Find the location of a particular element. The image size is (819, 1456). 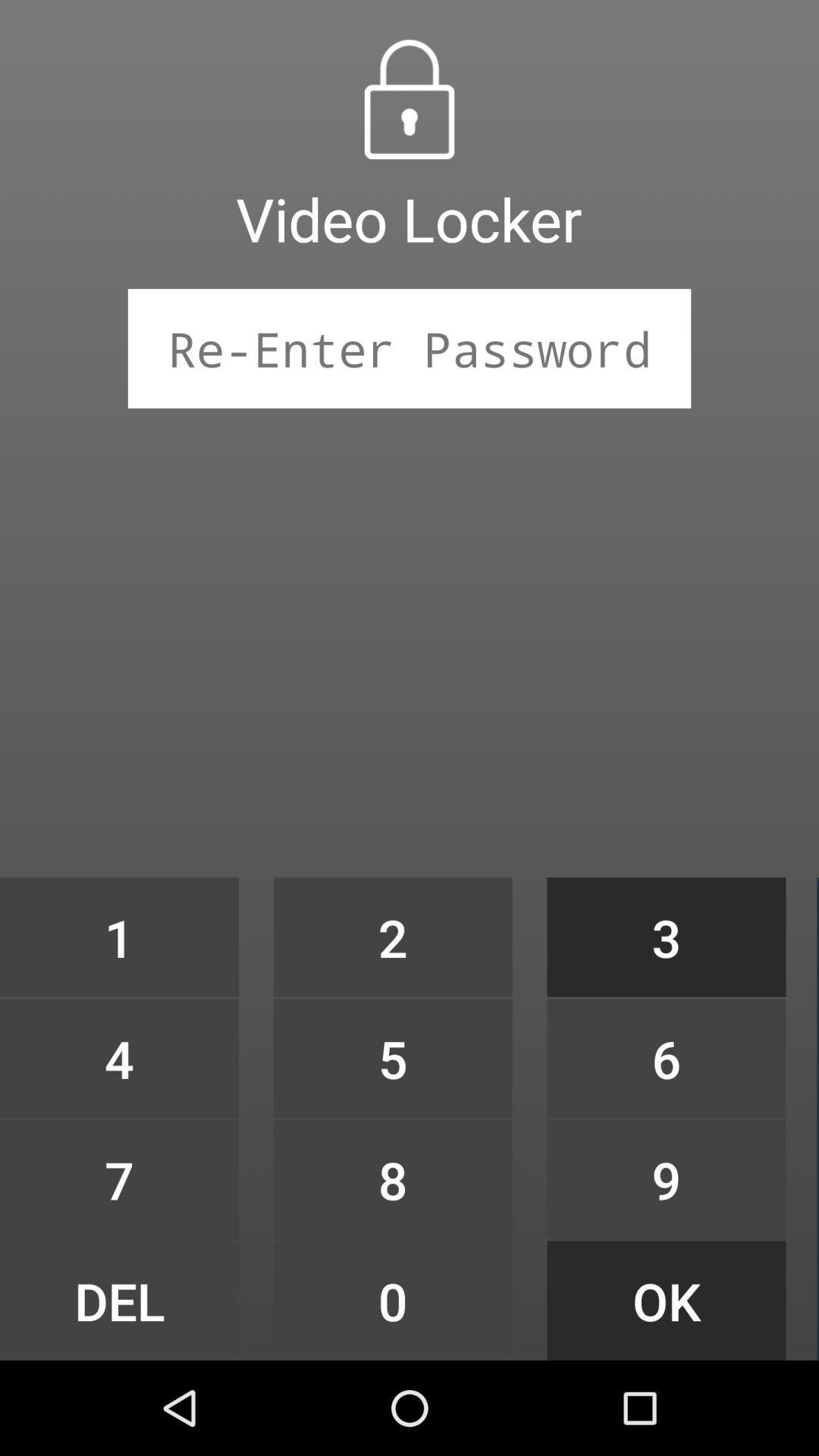

0 is located at coordinates (392, 1300).